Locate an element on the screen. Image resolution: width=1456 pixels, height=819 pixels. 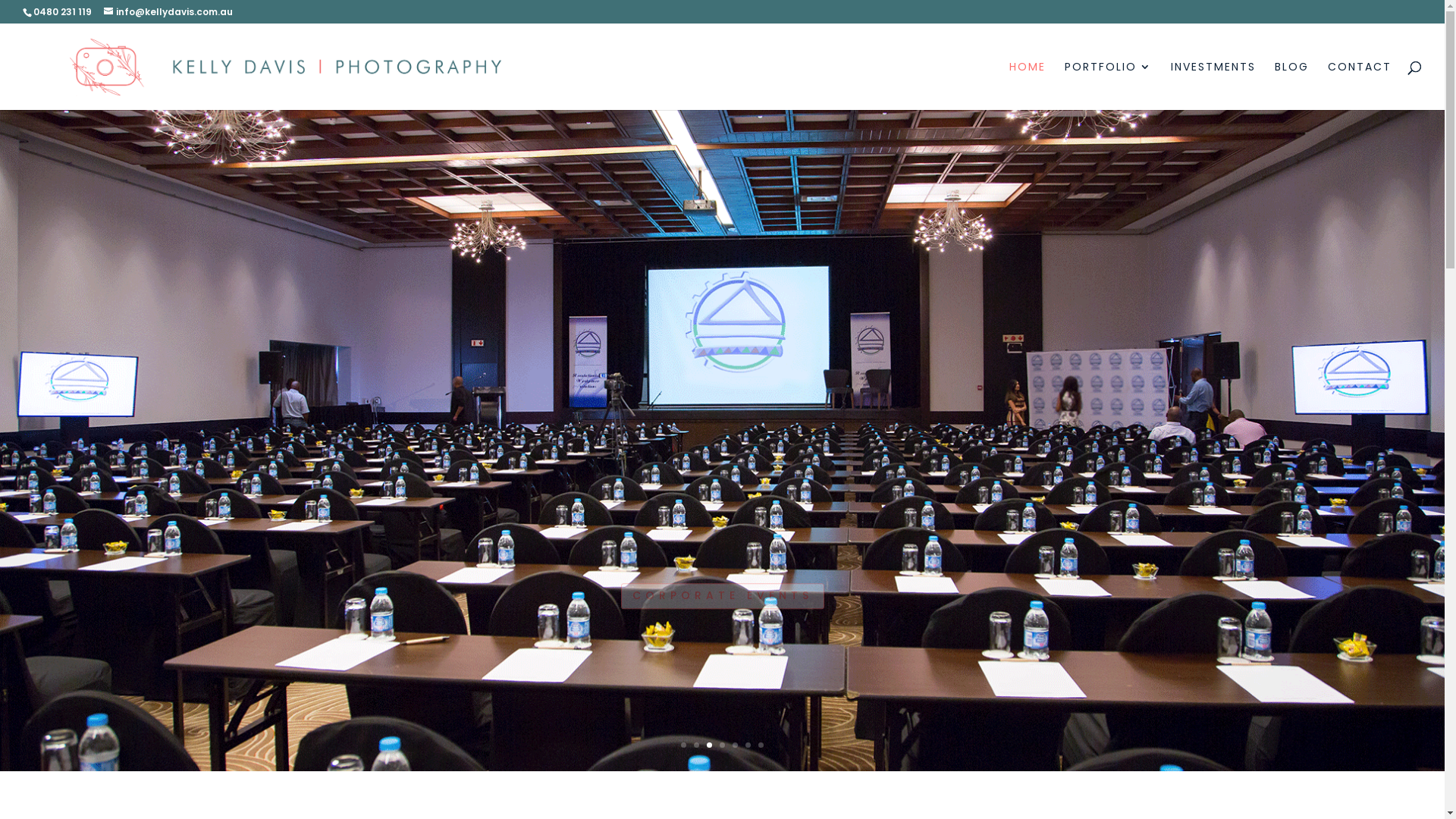
'6' is located at coordinates (748, 744).